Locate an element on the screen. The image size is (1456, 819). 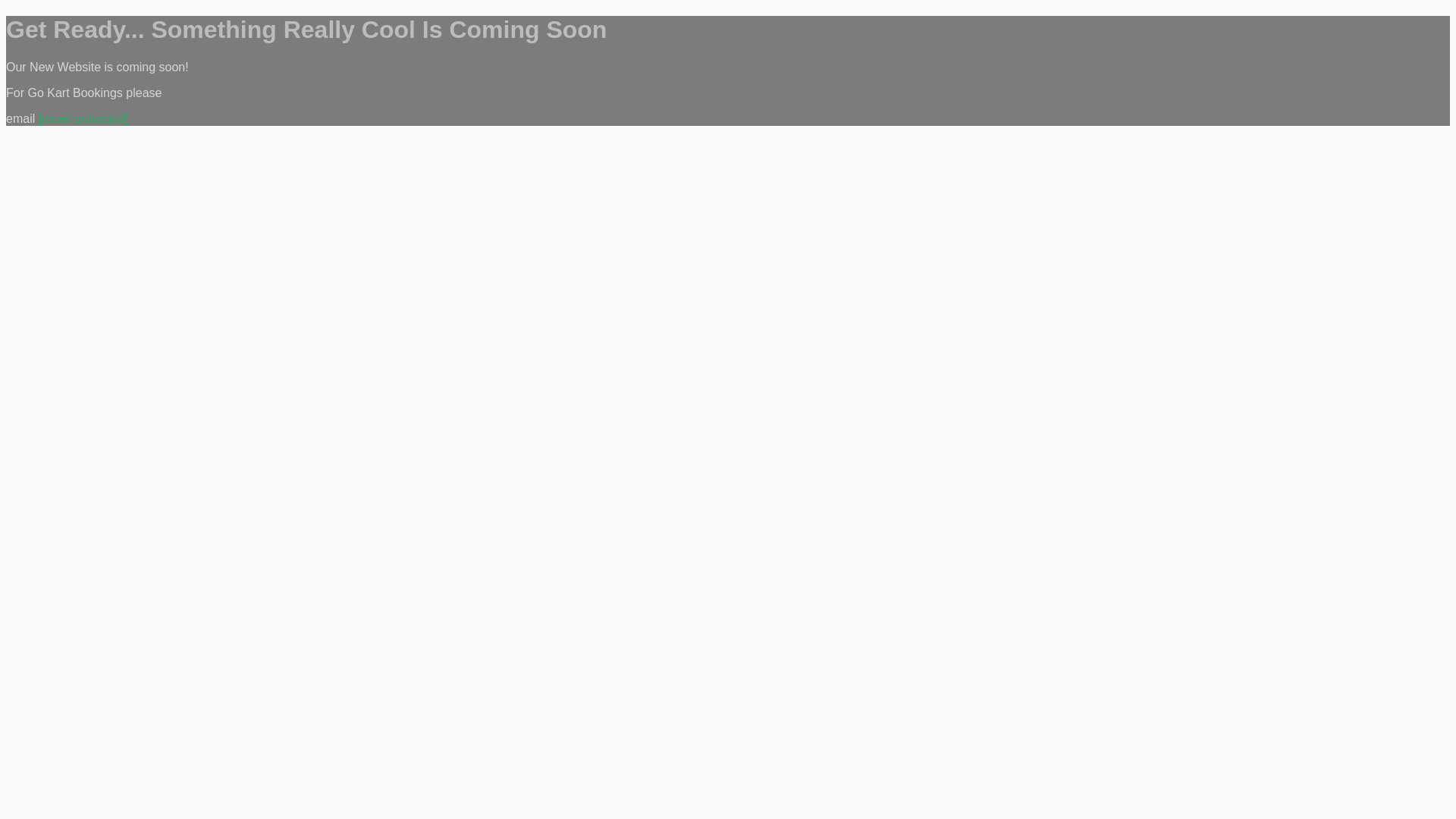
'[email protected]' is located at coordinates (83, 118).